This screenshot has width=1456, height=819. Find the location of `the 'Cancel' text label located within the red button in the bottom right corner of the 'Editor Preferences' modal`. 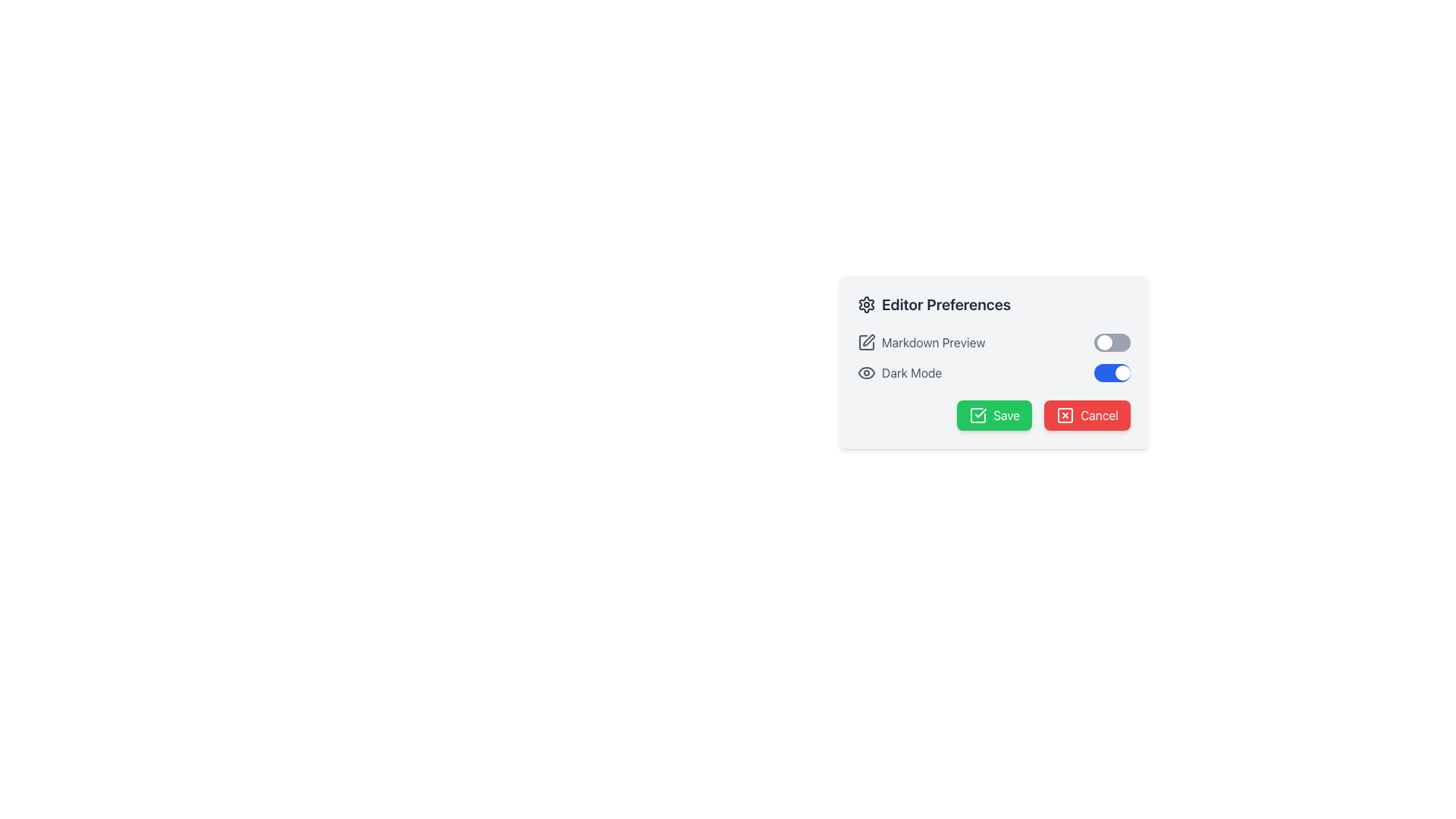

the 'Cancel' text label located within the red button in the bottom right corner of the 'Editor Preferences' modal is located at coordinates (1099, 415).